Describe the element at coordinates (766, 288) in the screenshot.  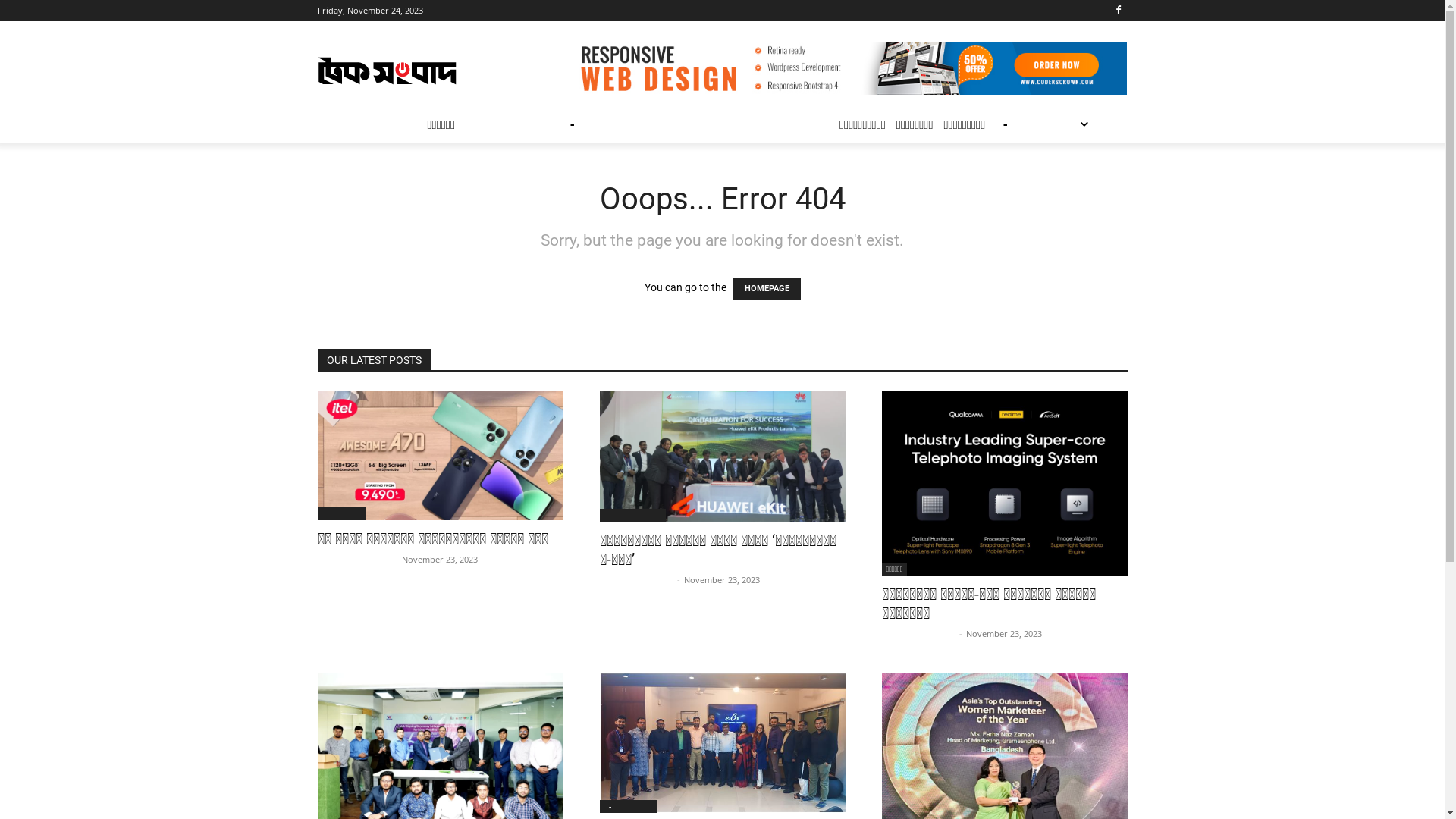
I see `'HOMEPAGE'` at that location.